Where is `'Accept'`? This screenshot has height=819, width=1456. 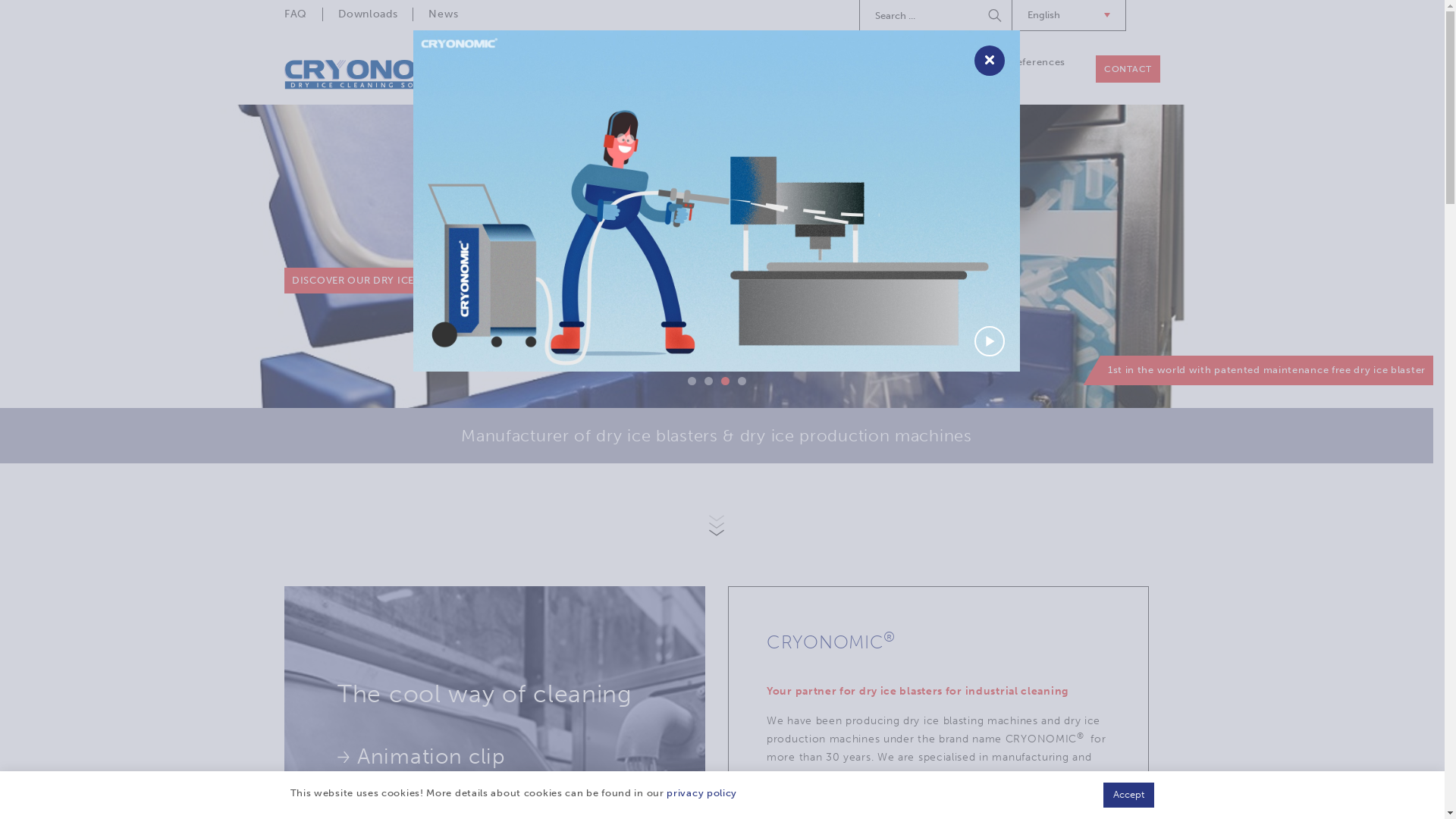 'Accept' is located at coordinates (1128, 794).